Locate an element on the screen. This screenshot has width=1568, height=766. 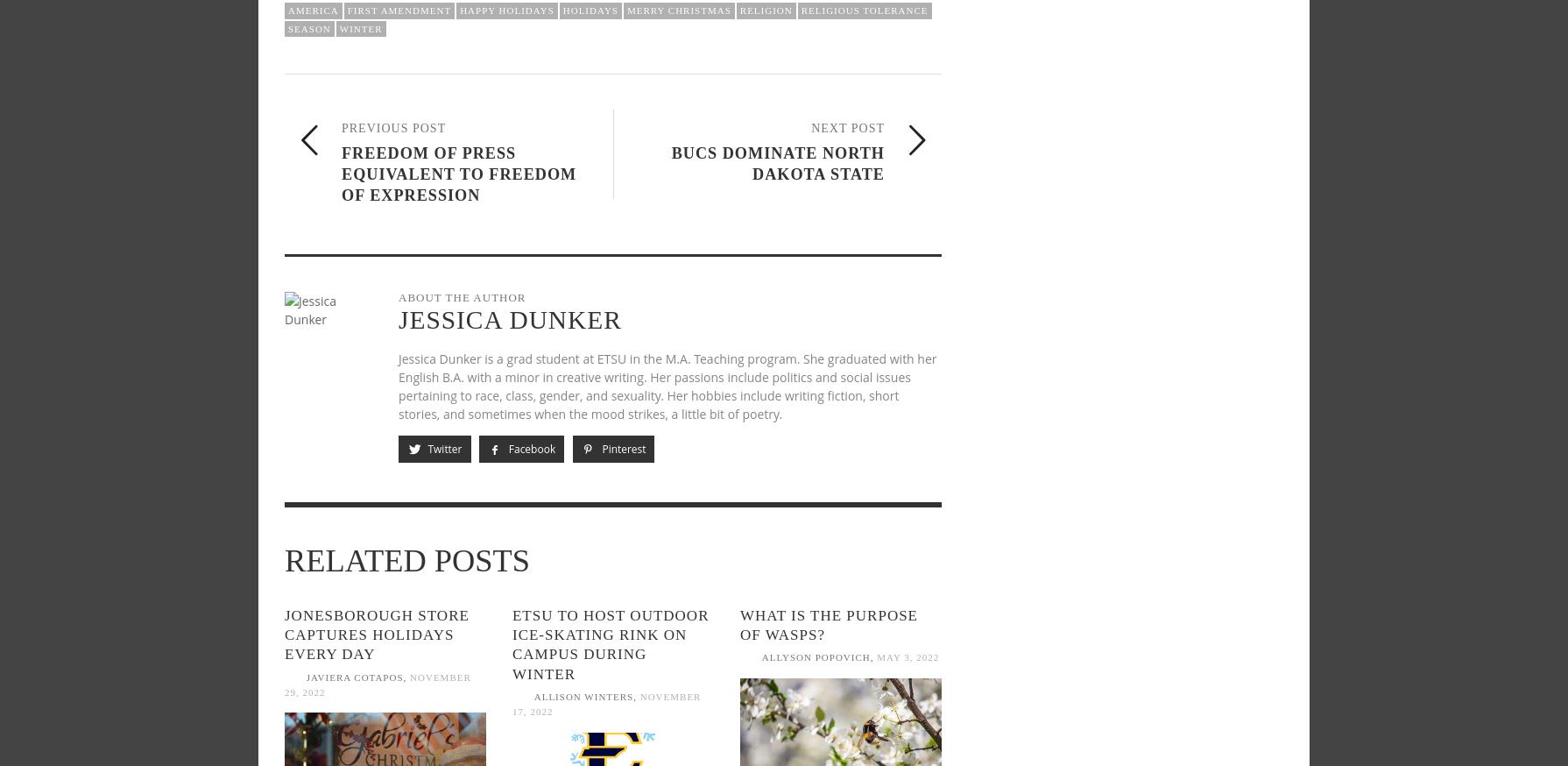
'Allison Winters' is located at coordinates (532, 695).